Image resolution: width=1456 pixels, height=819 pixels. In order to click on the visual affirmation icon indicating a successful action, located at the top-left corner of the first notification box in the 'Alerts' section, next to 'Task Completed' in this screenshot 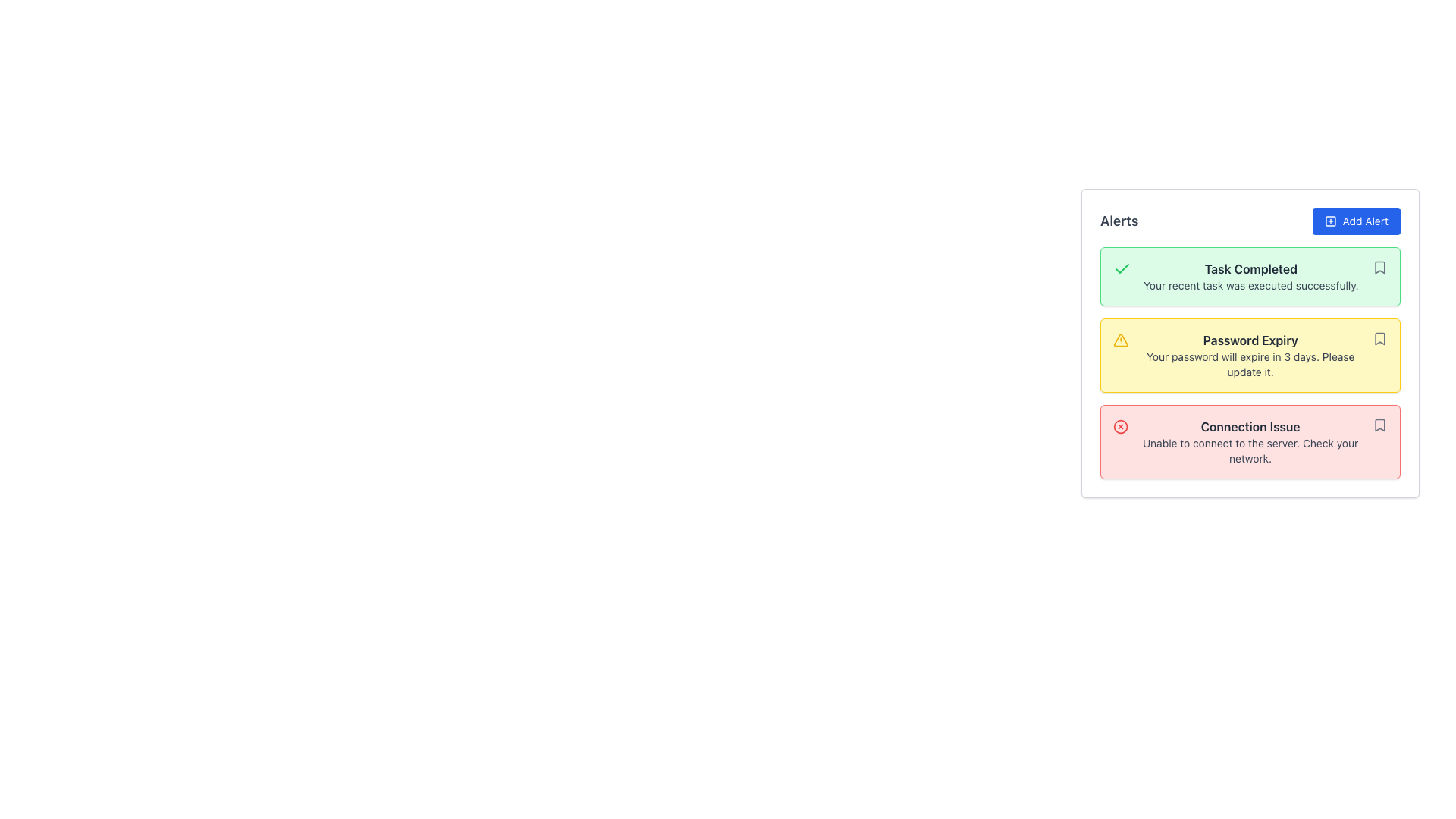, I will do `click(1122, 268)`.